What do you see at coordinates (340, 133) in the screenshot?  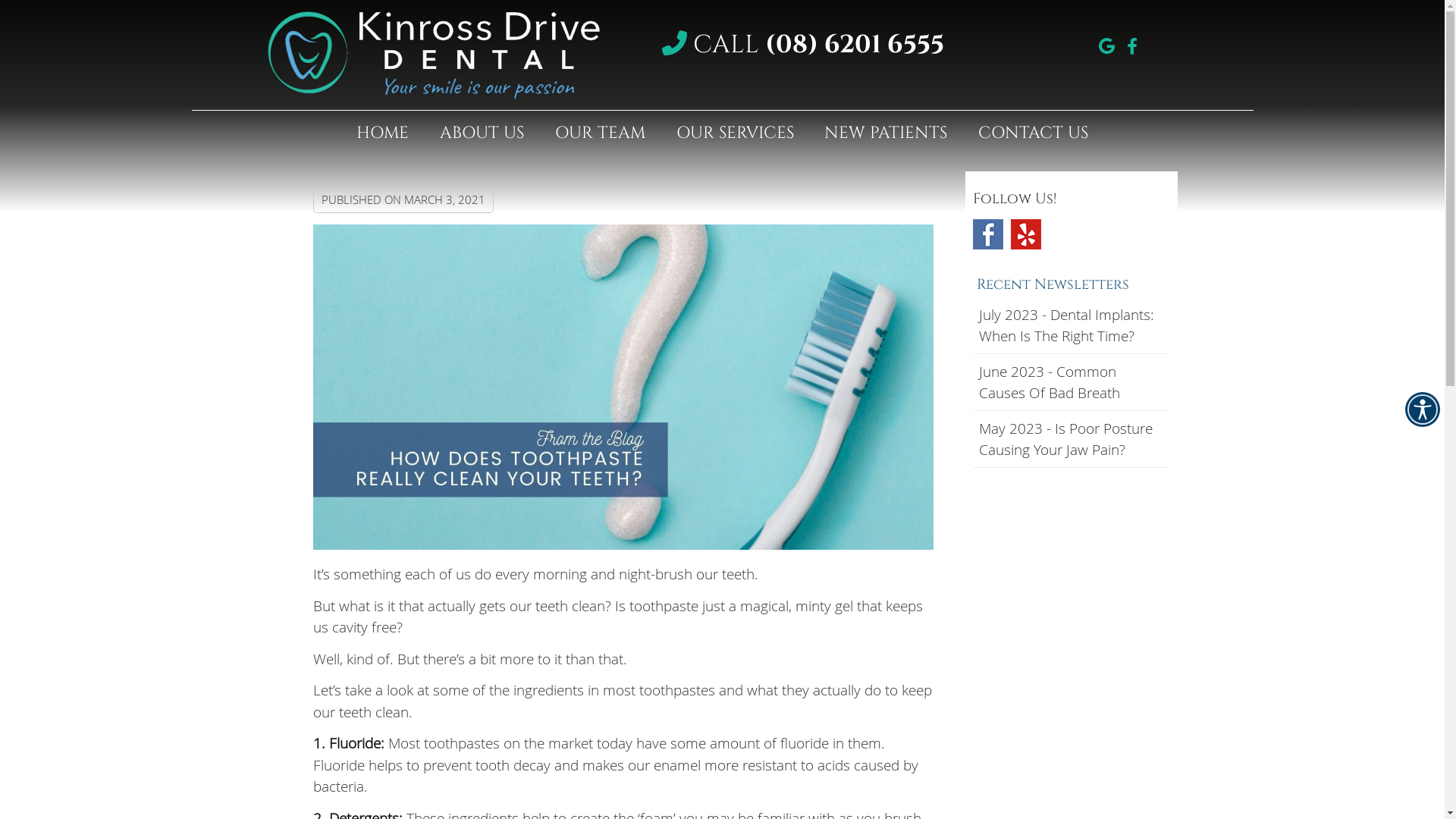 I see `'HOME'` at bounding box center [340, 133].